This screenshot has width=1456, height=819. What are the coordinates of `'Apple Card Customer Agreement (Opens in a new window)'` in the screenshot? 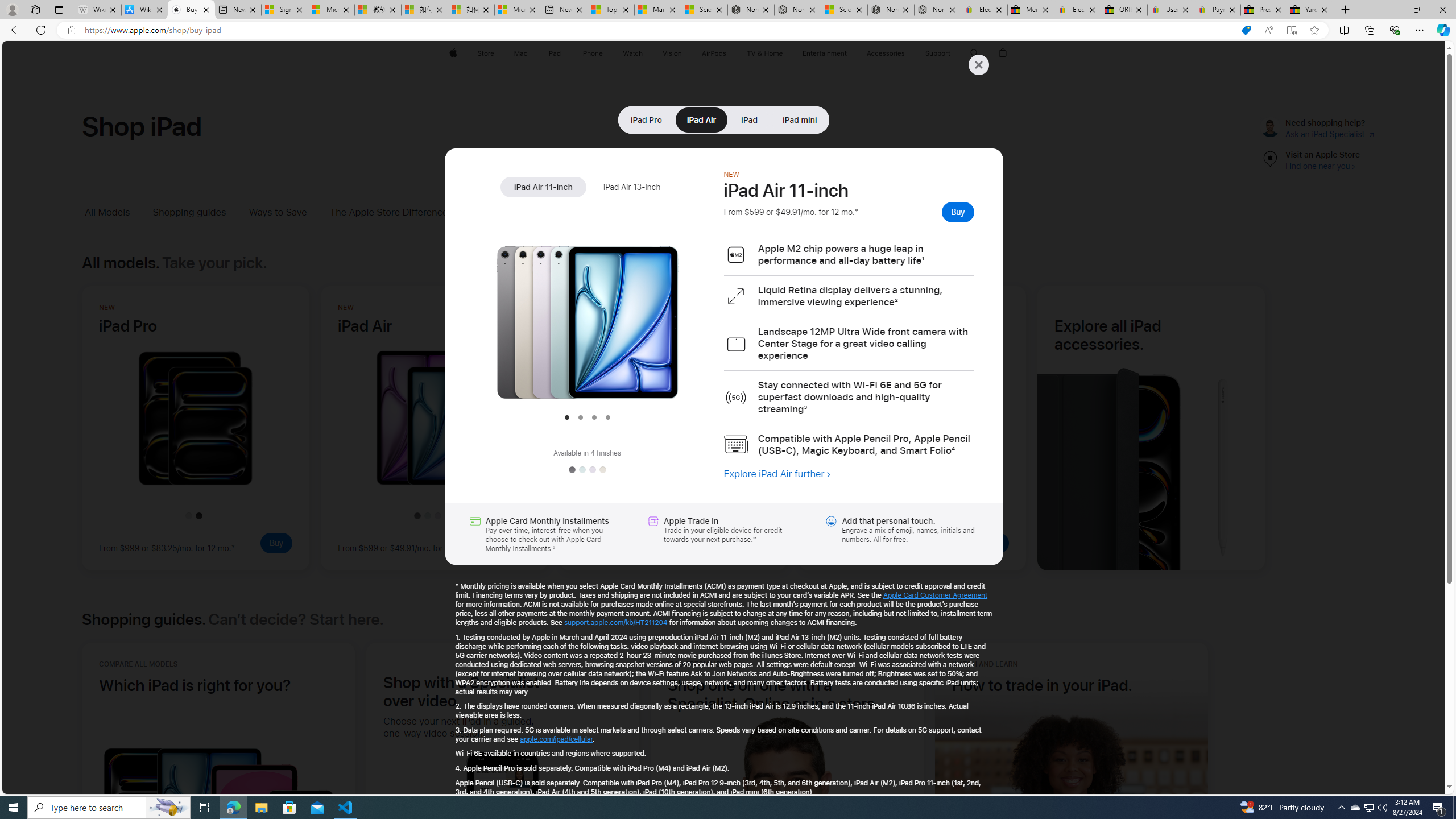 It's located at (936, 594).